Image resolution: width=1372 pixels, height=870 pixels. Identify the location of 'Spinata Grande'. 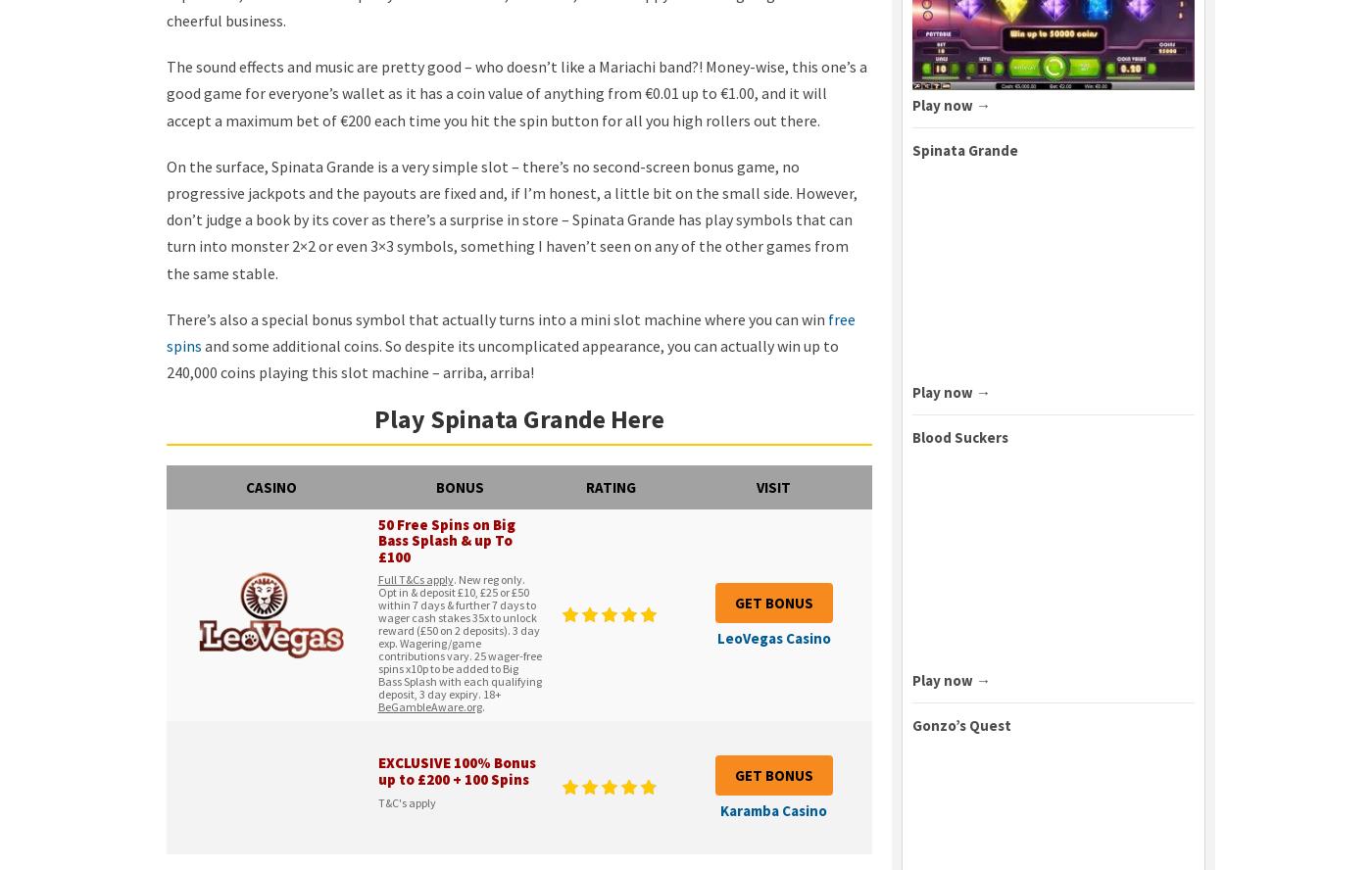
(965, 149).